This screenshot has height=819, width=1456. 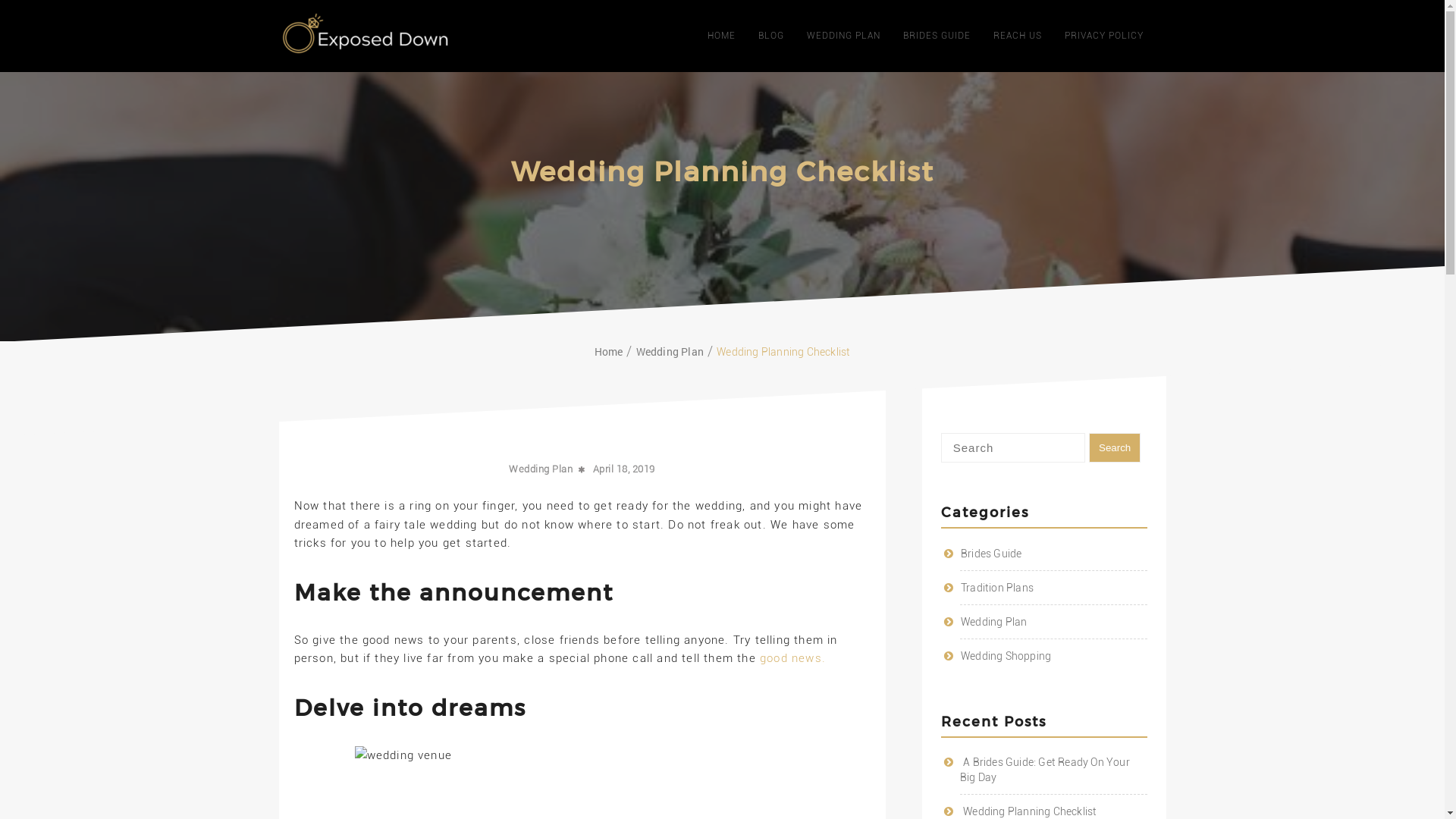 I want to click on 'HOME', so click(x=720, y=34).